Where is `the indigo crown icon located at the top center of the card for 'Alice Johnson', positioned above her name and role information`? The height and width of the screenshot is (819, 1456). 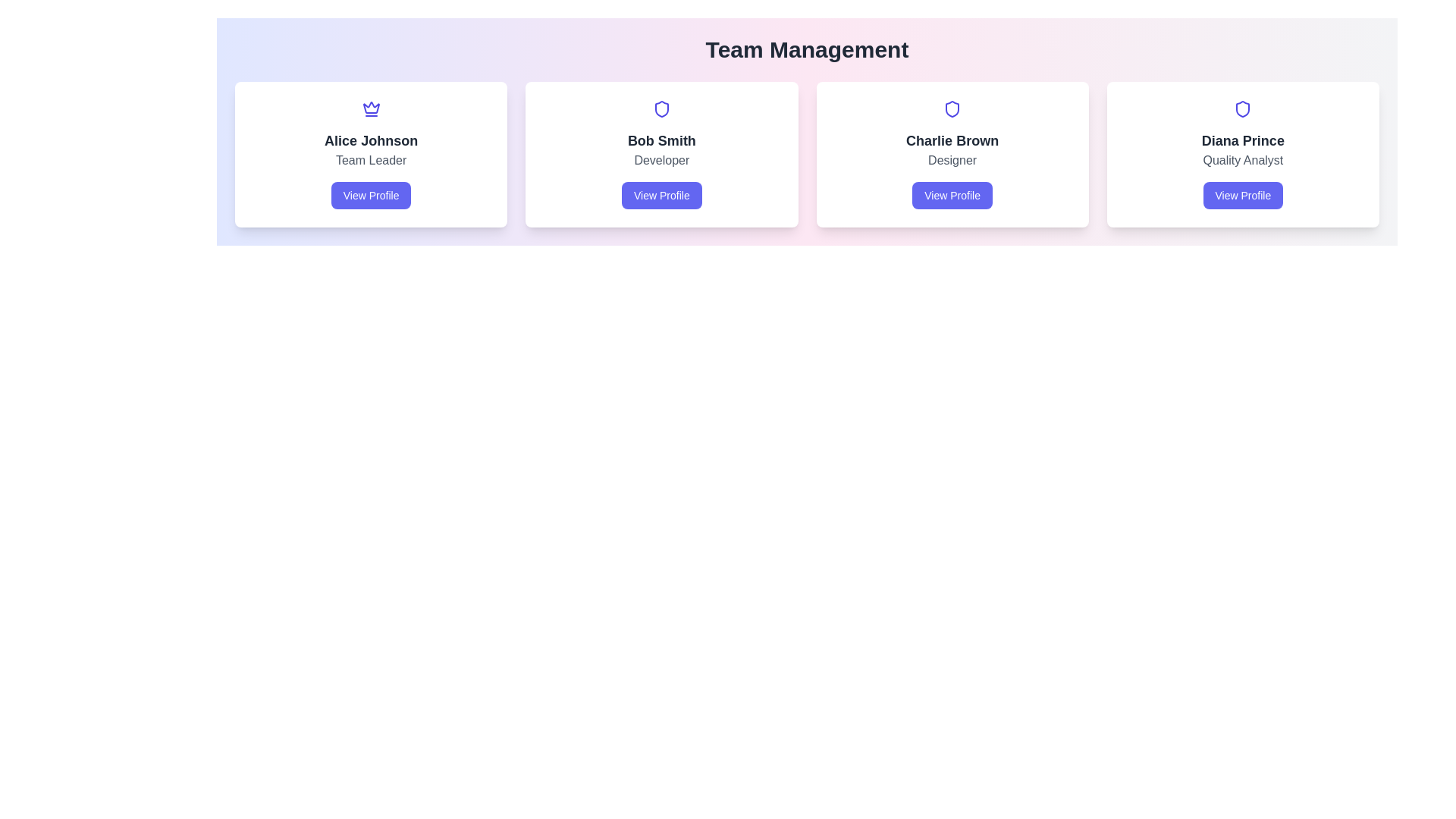 the indigo crown icon located at the top center of the card for 'Alice Johnson', positioned above her name and role information is located at coordinates (371, 108).